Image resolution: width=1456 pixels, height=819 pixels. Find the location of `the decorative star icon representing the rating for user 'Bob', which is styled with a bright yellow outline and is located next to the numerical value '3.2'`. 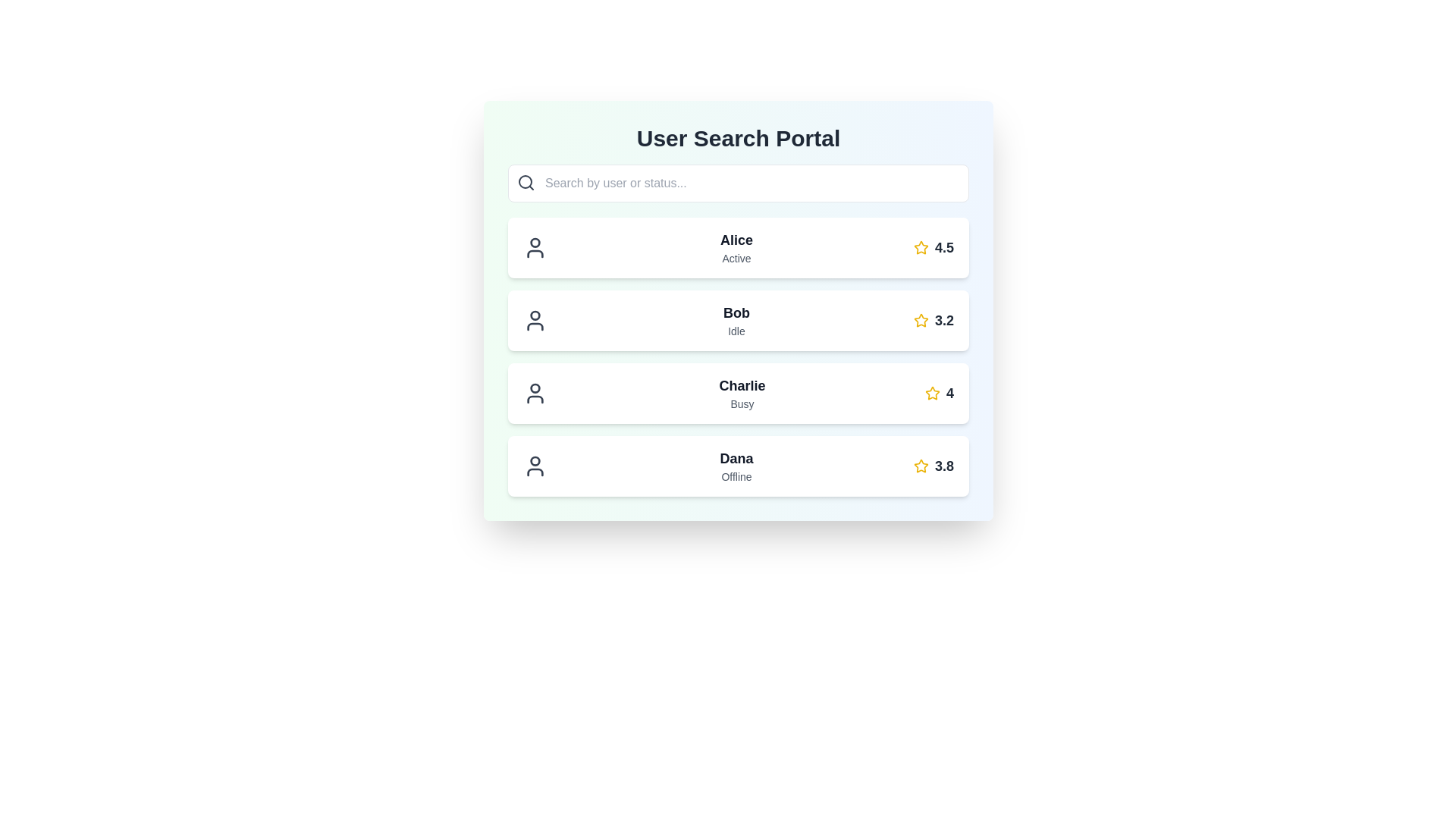

the decorative star icon representing the rating for user 'Bob', which is styled with a bright yellow outline and is located next to the numerical value '3.2' is located at coordinates (920, 320).